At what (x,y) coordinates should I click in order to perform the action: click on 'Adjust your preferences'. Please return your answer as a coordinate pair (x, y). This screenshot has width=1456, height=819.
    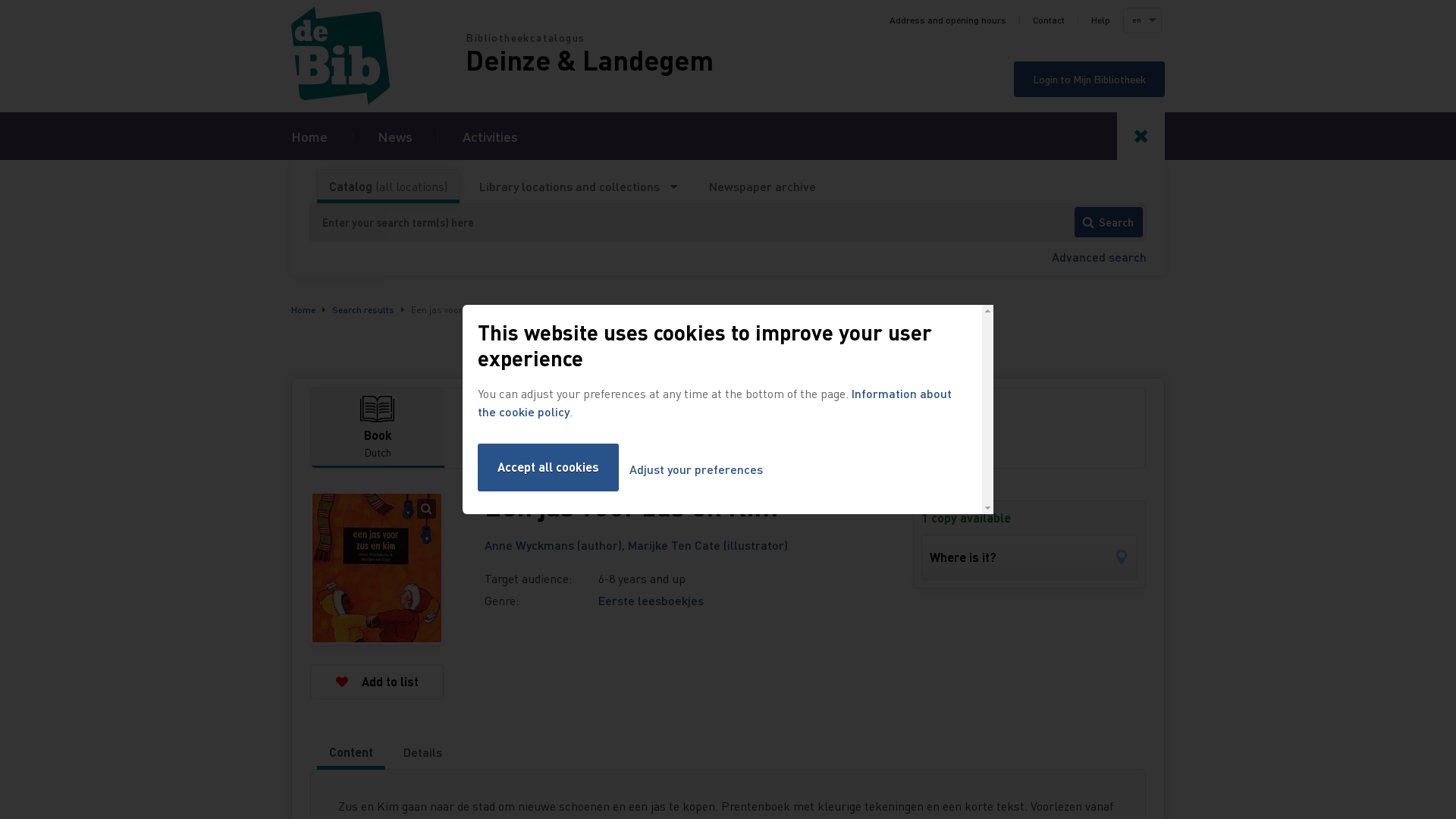
    Looking at the image, I should click on (695, 469).